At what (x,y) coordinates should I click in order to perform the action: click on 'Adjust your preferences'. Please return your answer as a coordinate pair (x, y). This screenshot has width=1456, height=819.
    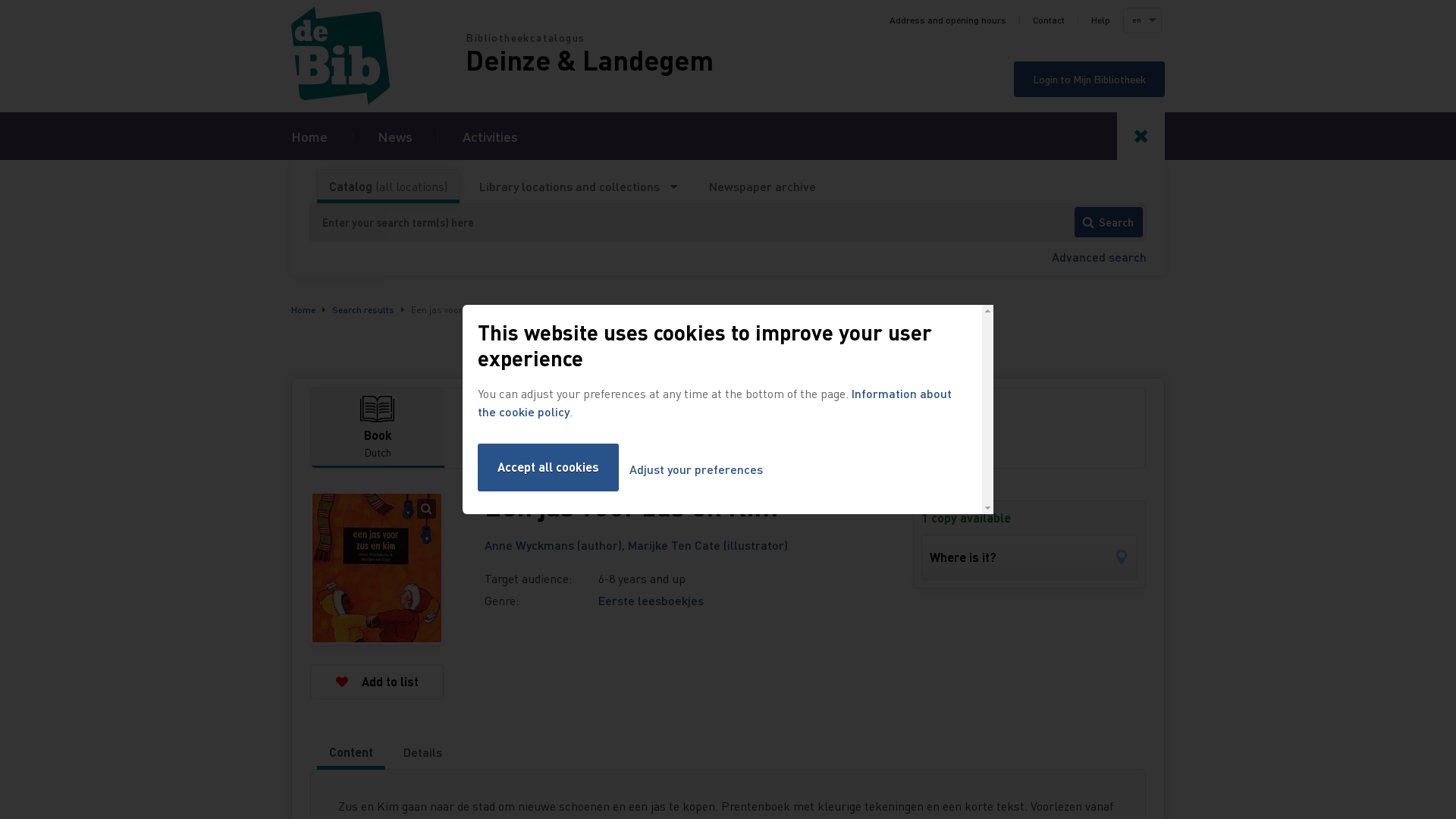
    Looking at the image, I should click on (695, 469).